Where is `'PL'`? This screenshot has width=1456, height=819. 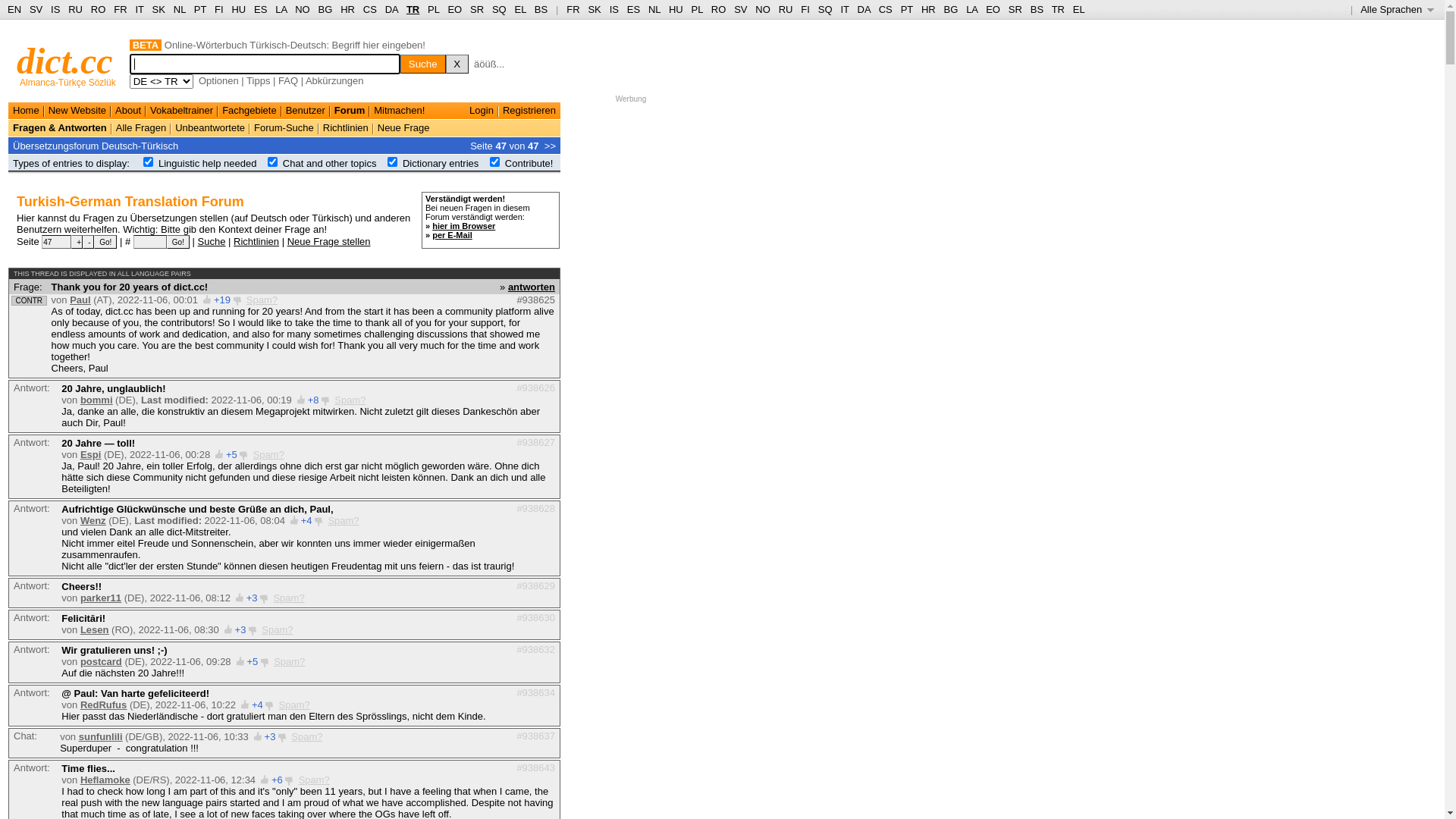 'PL' is located at coordinates (432, 9).